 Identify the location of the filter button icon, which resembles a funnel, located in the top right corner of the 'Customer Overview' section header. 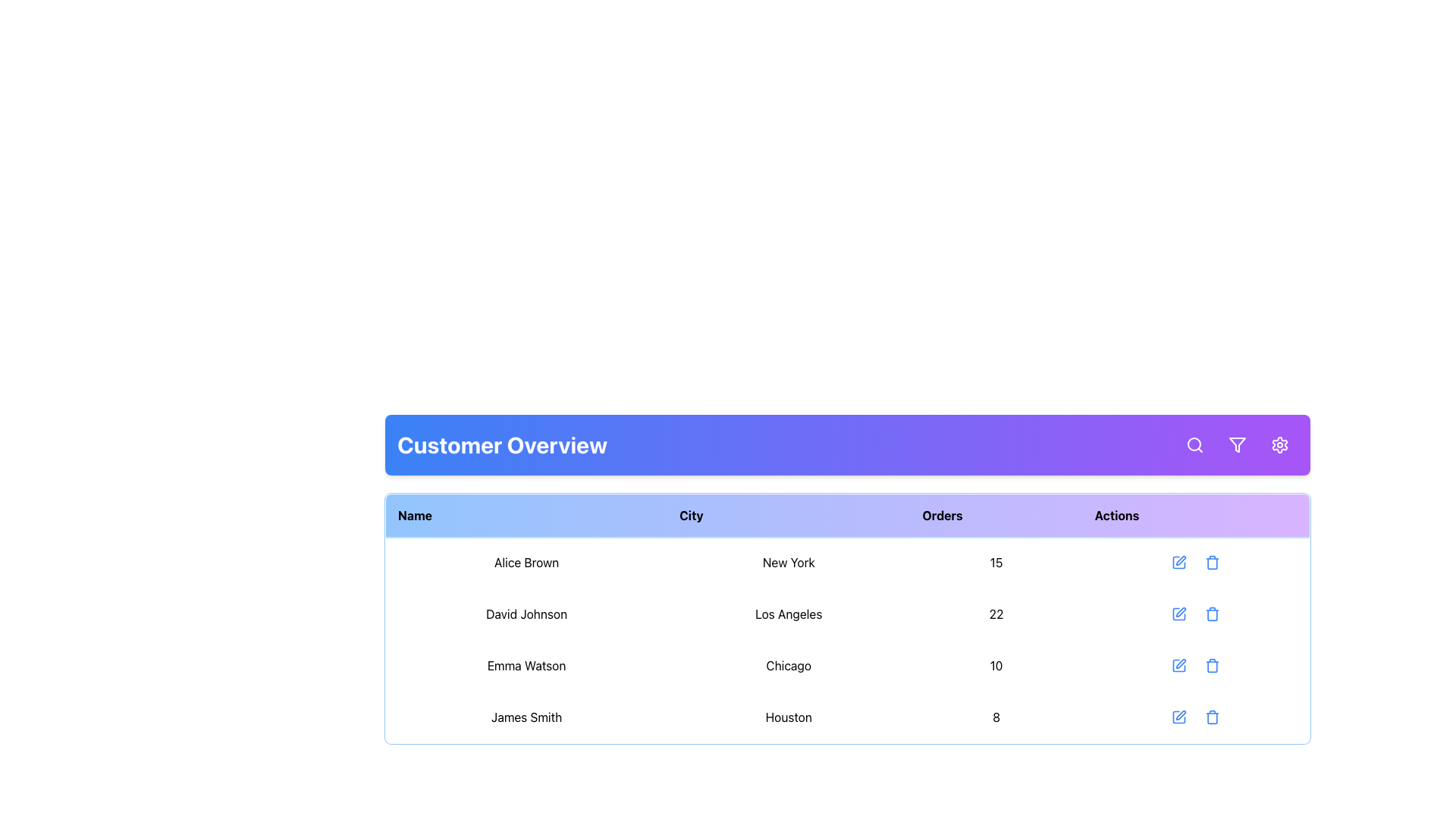
(1238, 444).